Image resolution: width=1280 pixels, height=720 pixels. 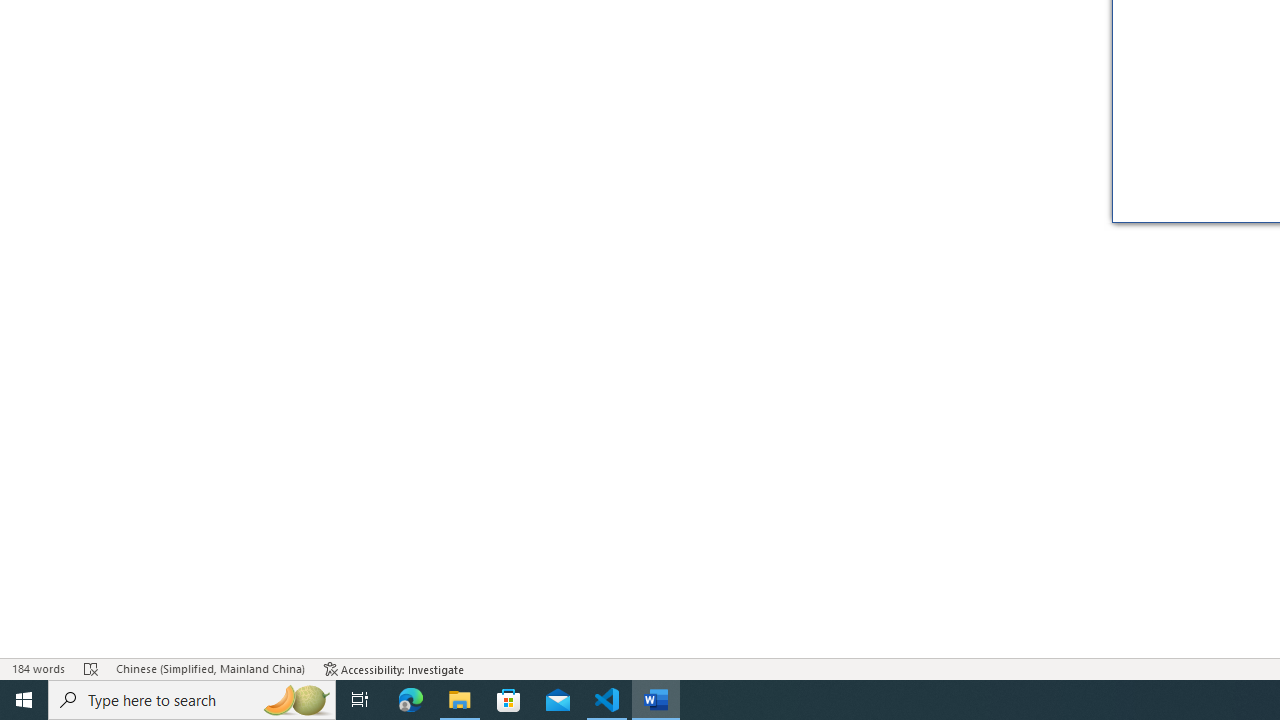 I want to click on 'Task View', so click(x=359, y=698).